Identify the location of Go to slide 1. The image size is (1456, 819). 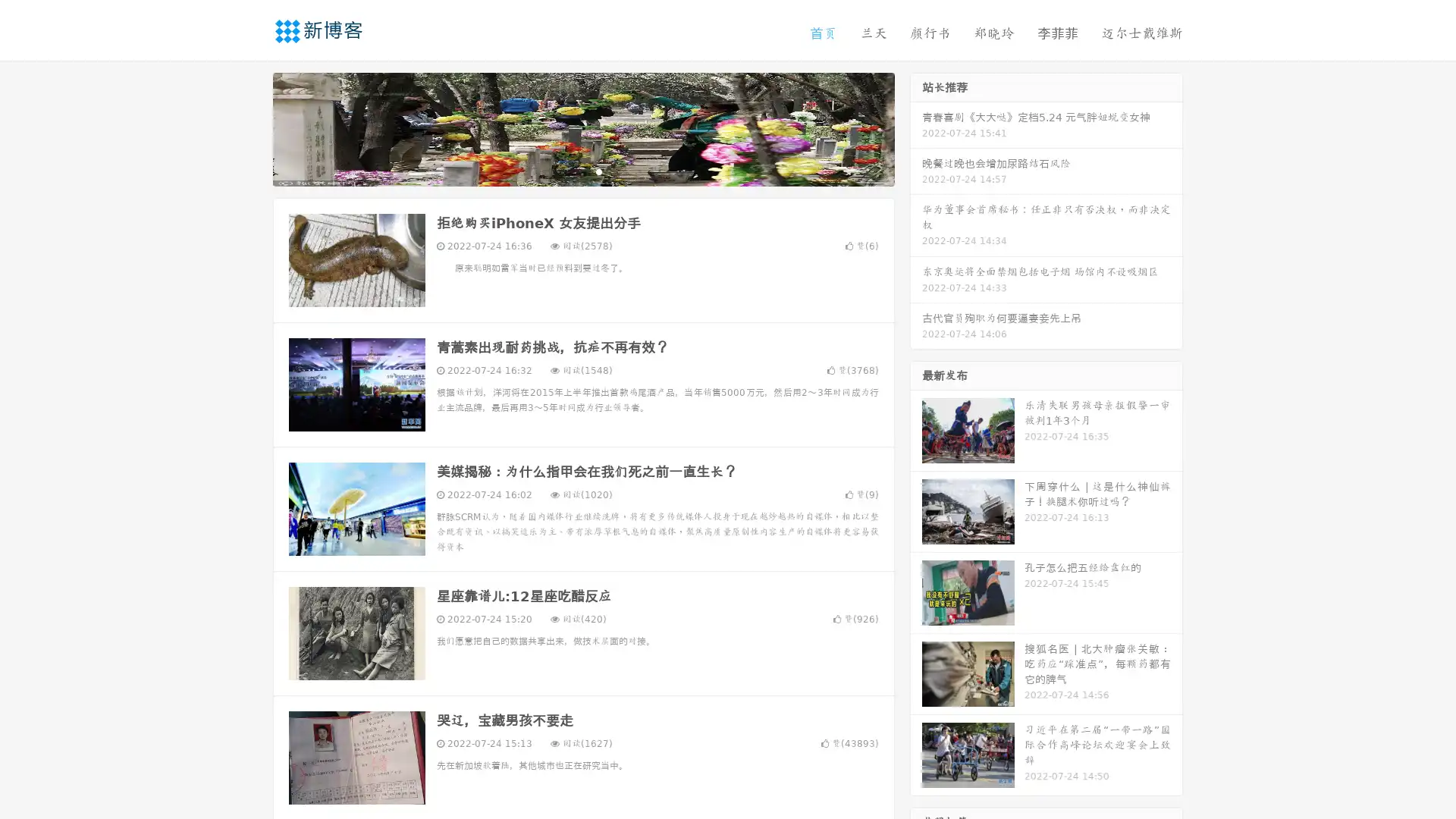
(567, 171).